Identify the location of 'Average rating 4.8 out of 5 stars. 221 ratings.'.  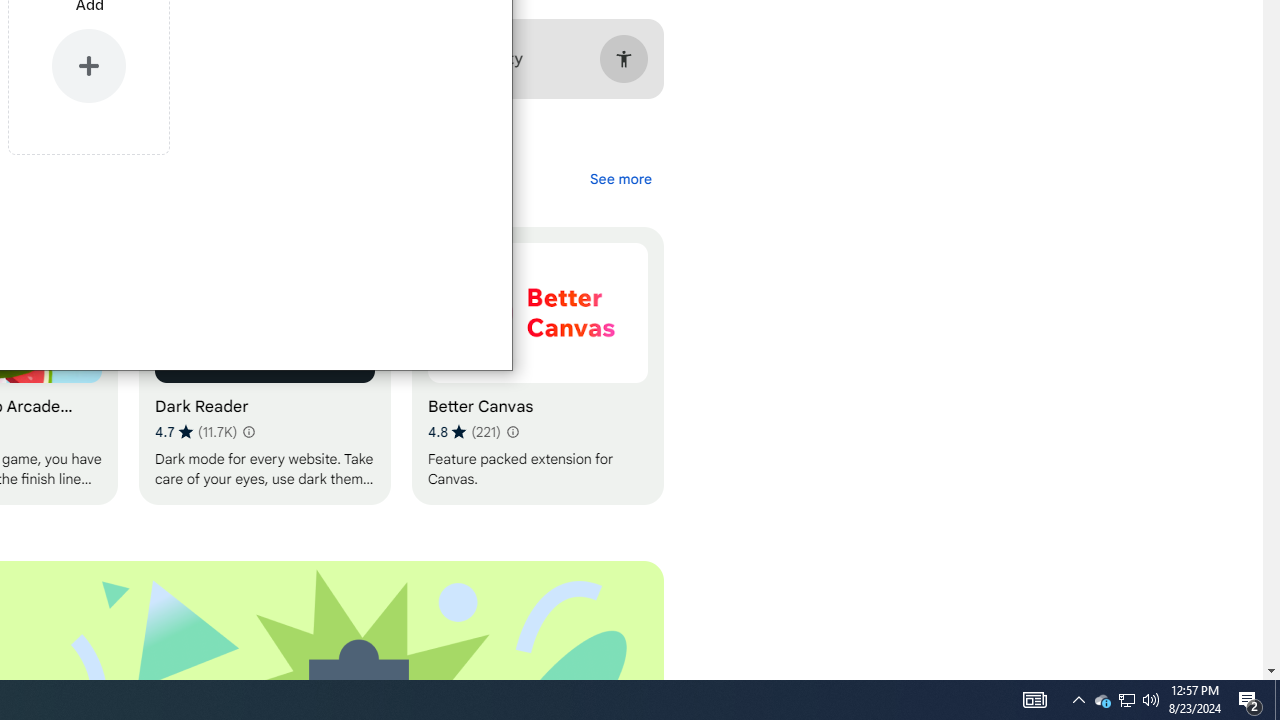
(463, 431).